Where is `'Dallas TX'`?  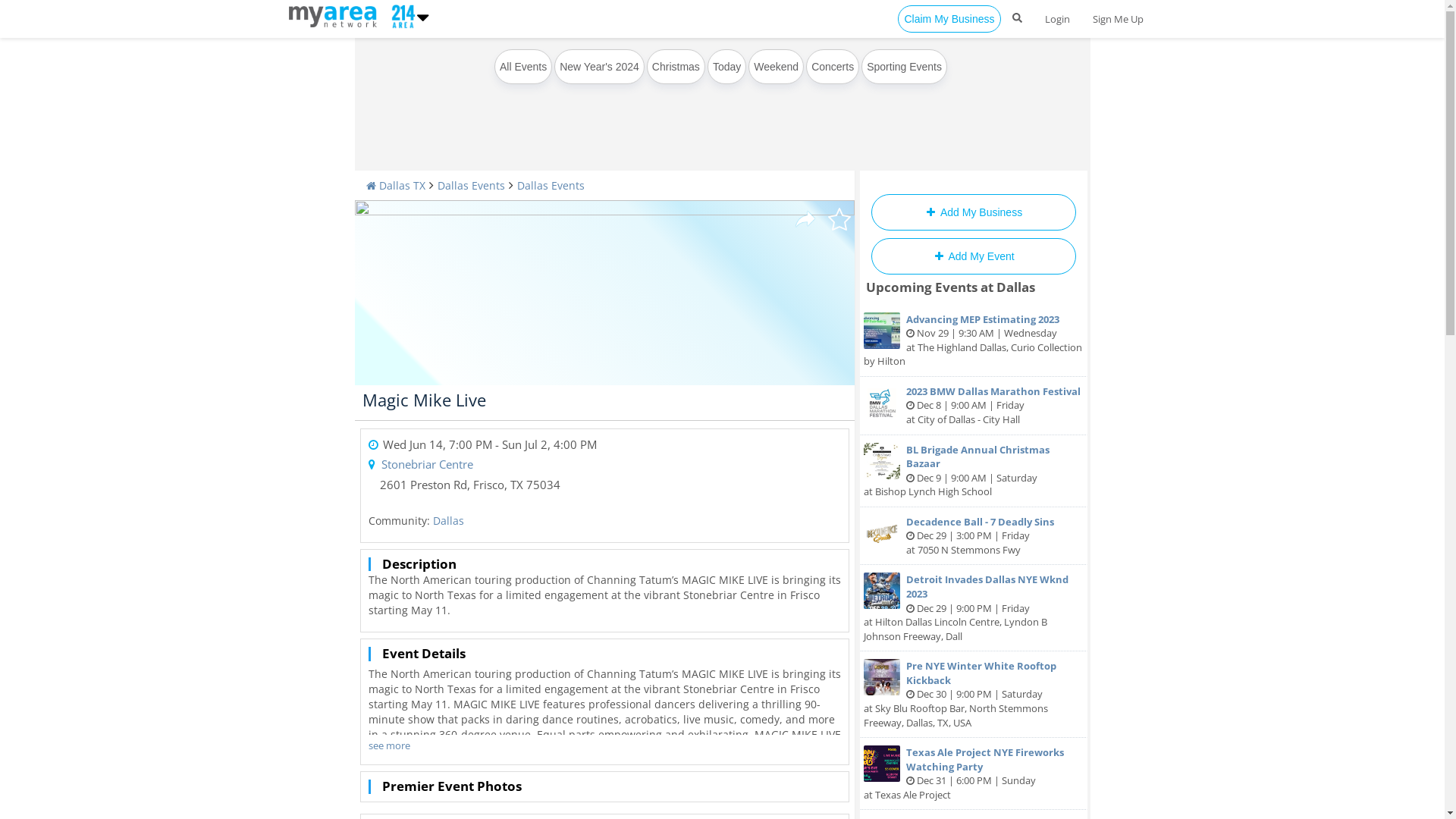 'Dallas TX' is located at coordinates (365, 184).